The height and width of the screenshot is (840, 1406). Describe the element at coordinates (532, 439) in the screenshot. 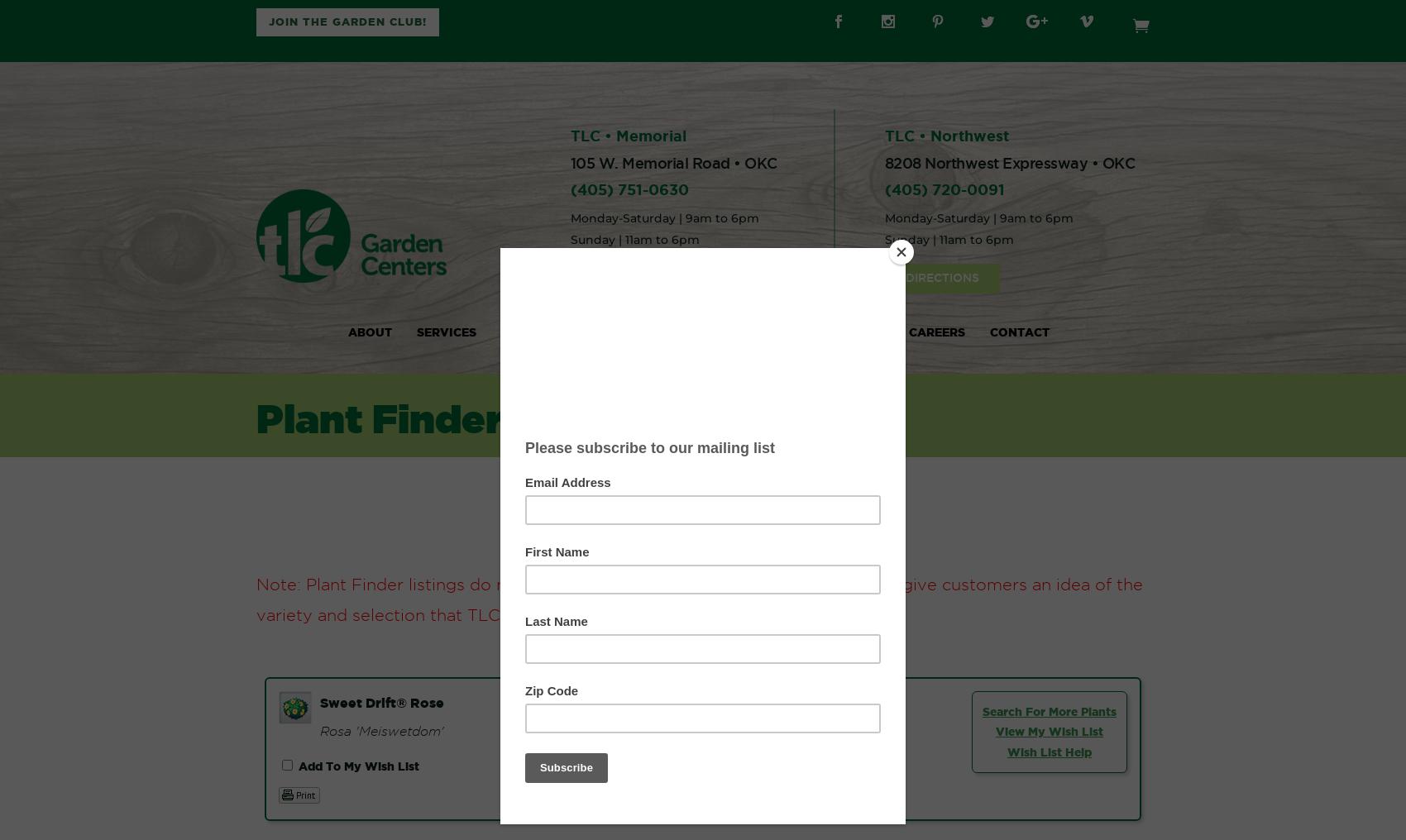

I see `'Trees'` at that location.